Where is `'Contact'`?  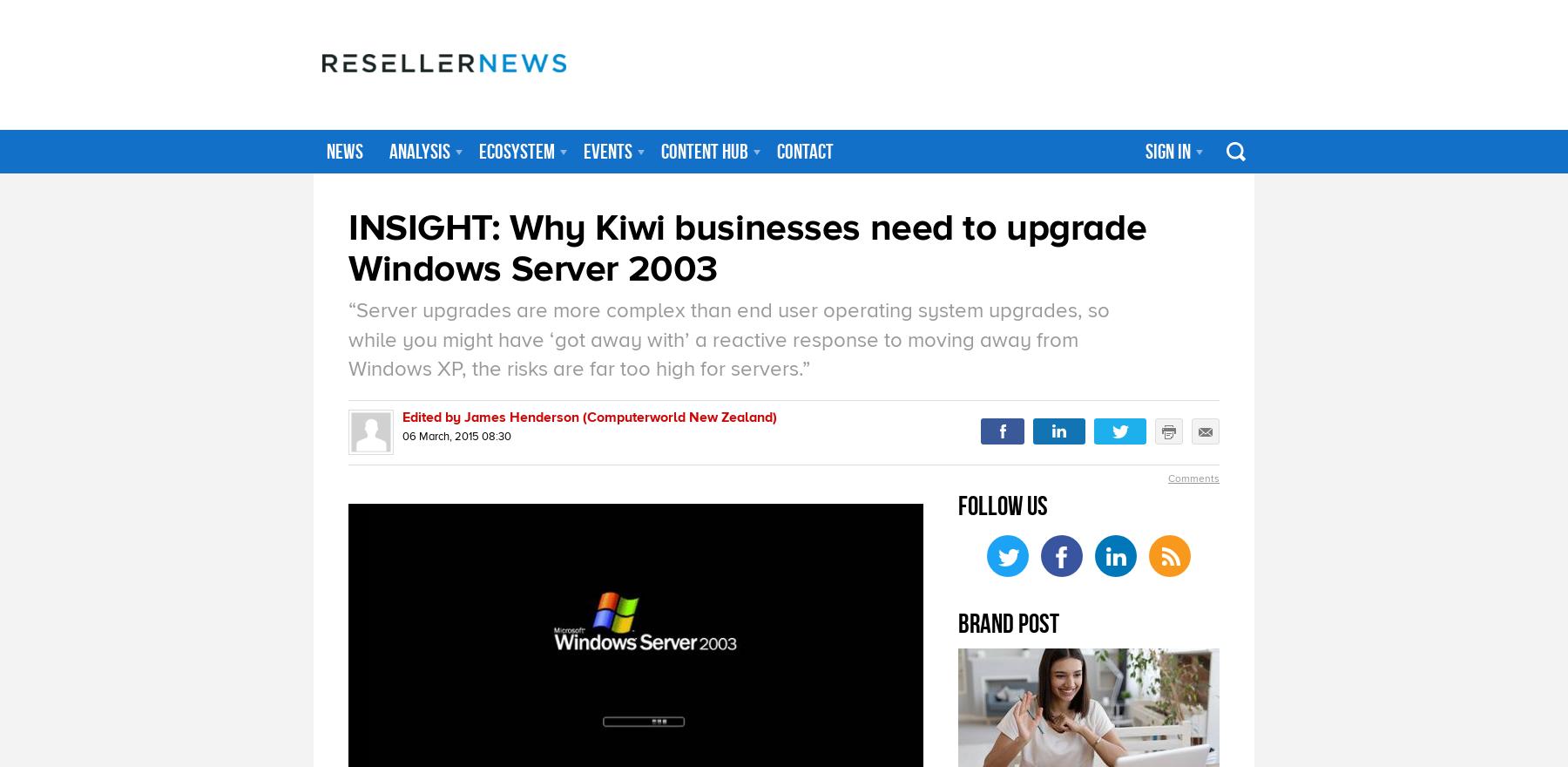
'Contact' is located at coordinates (777, 150).